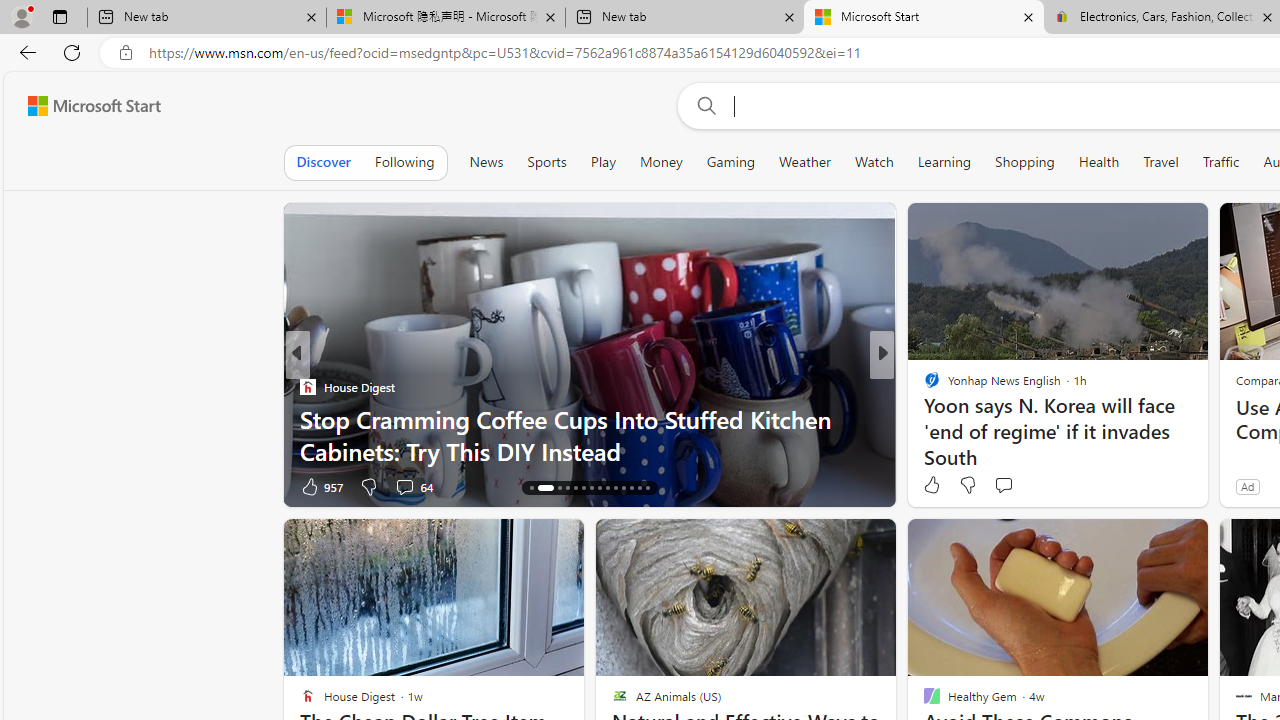  What do you see at coordinates (922, 387) in the screenshot?
I see `'TheStreet'` at bounding box center [922, 387].